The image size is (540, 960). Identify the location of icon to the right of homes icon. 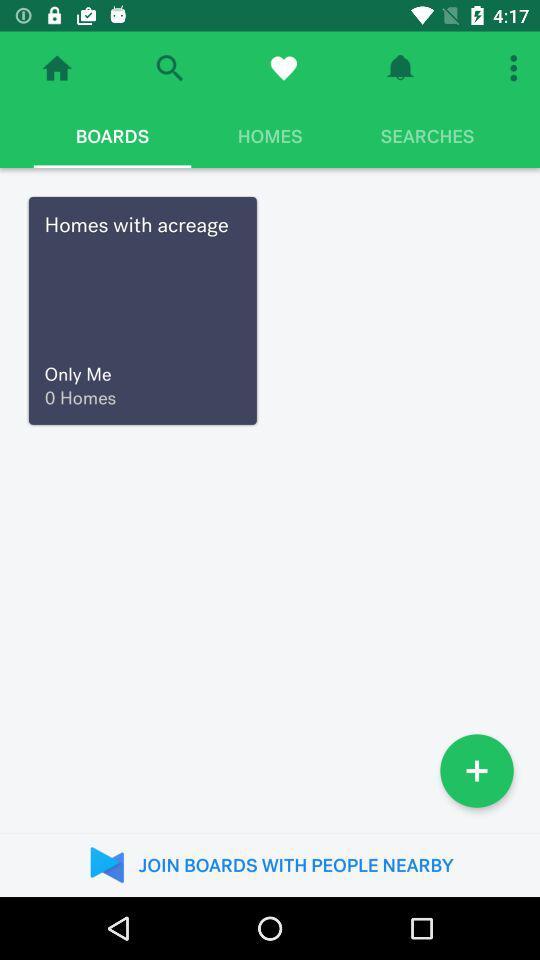
(426, 135).